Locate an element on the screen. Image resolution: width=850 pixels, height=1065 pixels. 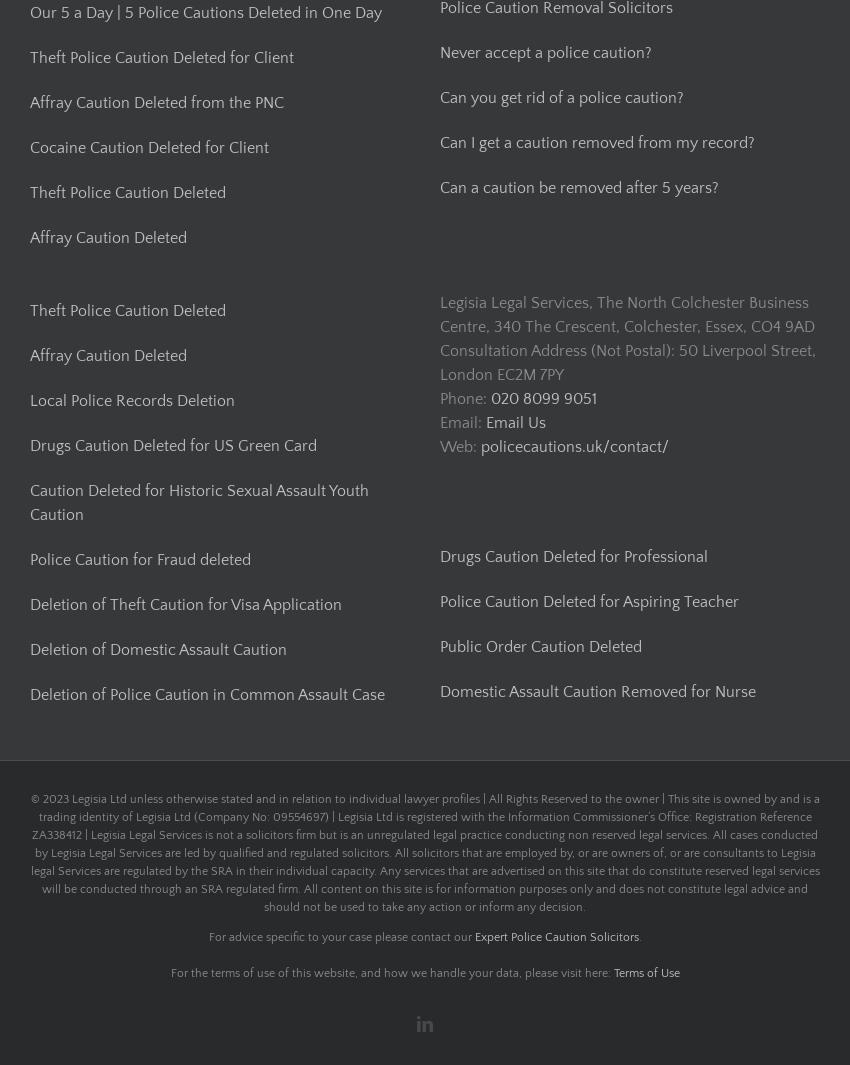
'Drugs Caution Deleted for Professional' is located at coordinates (574, 556).